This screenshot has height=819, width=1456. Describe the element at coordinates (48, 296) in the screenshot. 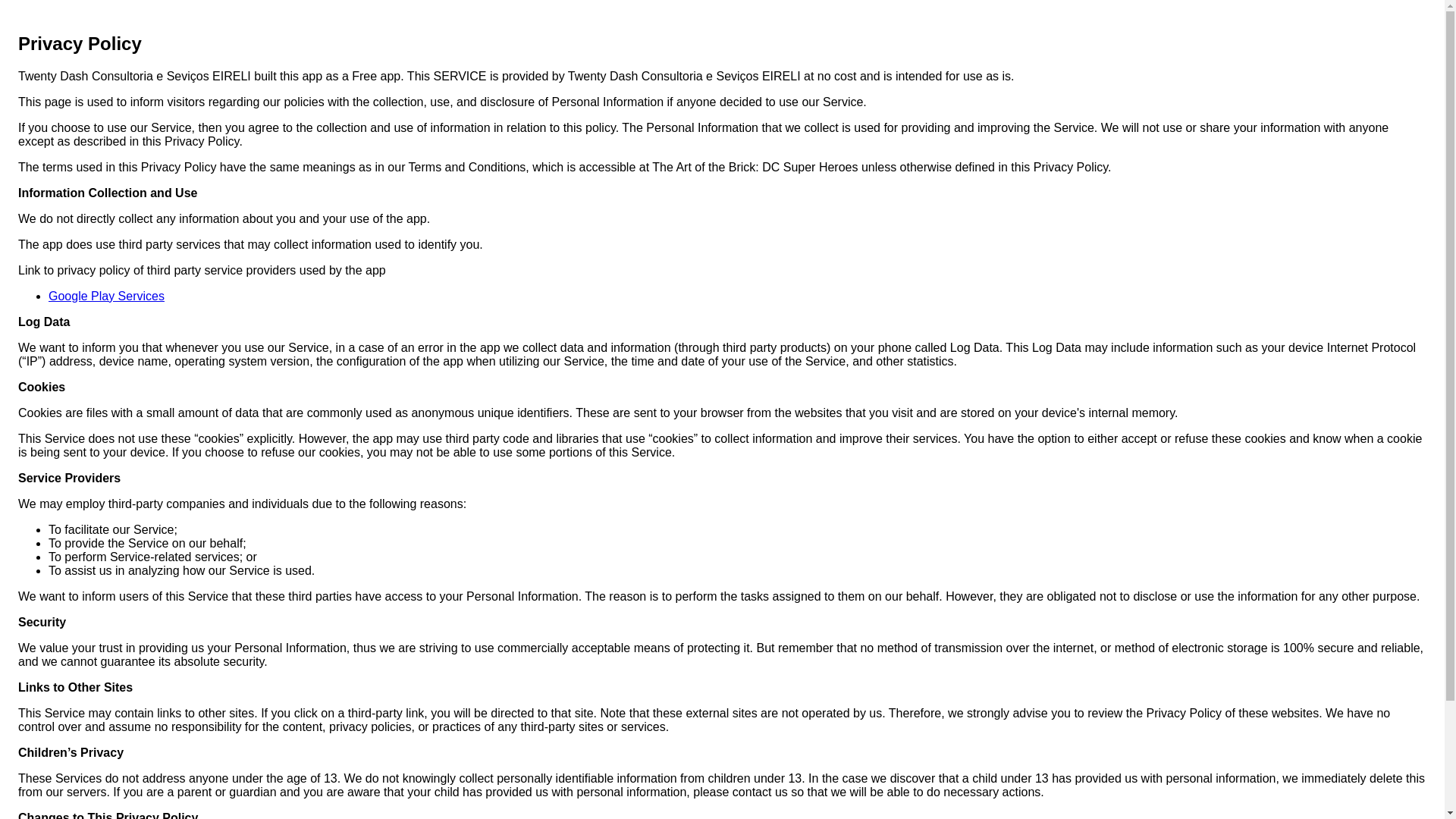

I see `'Google Play Services'` at that location.